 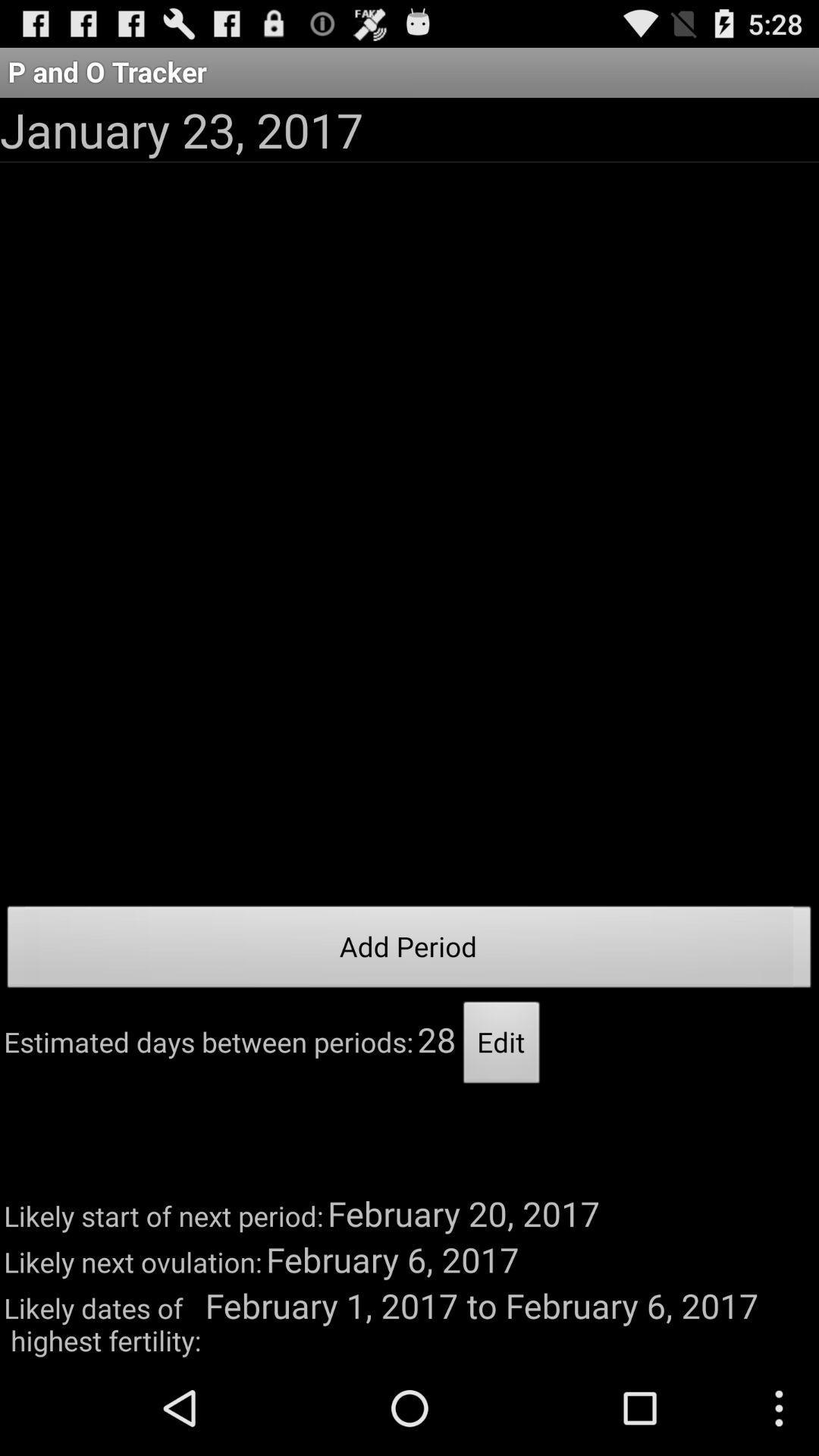 I want to click on the icon above the february 20, 2017, so click(x=501, y=1046).